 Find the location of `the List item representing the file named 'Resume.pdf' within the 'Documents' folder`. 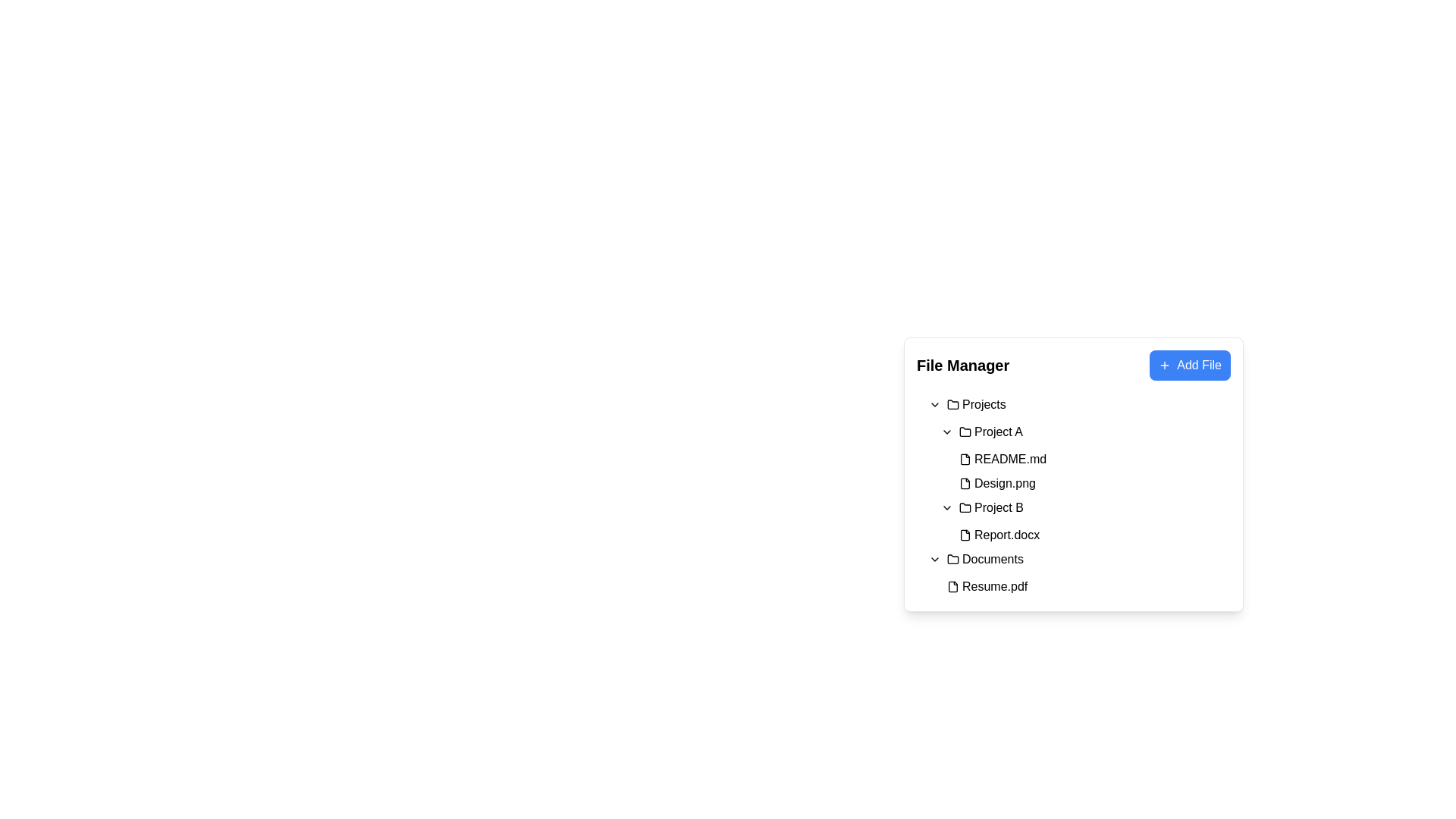

the List item representing the file named 'Resume.pdf' within the 'Documents' folder is located at coordinates (1079, 586).